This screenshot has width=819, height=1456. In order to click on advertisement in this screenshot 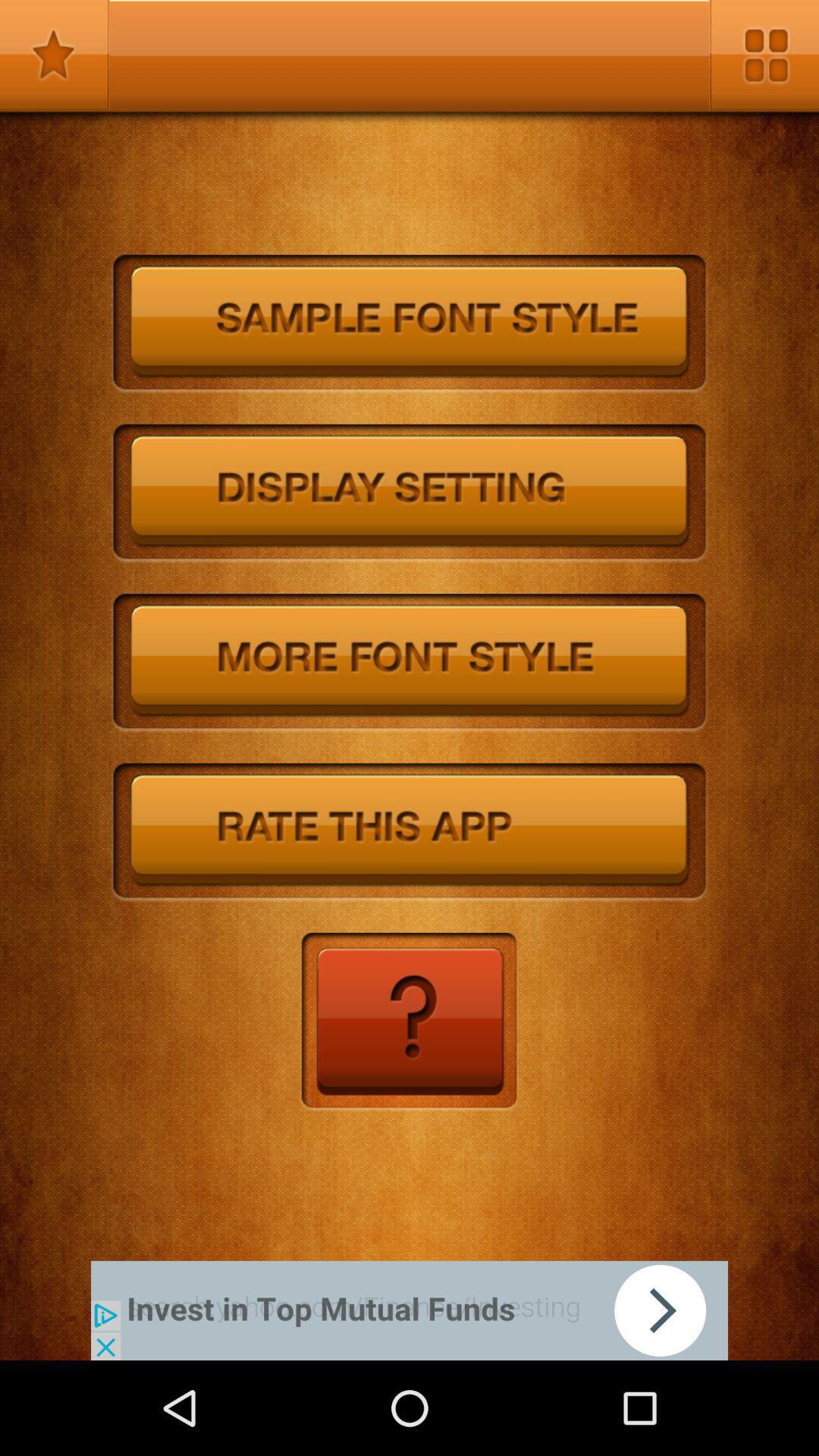, I will do `click(409, 1310)`.